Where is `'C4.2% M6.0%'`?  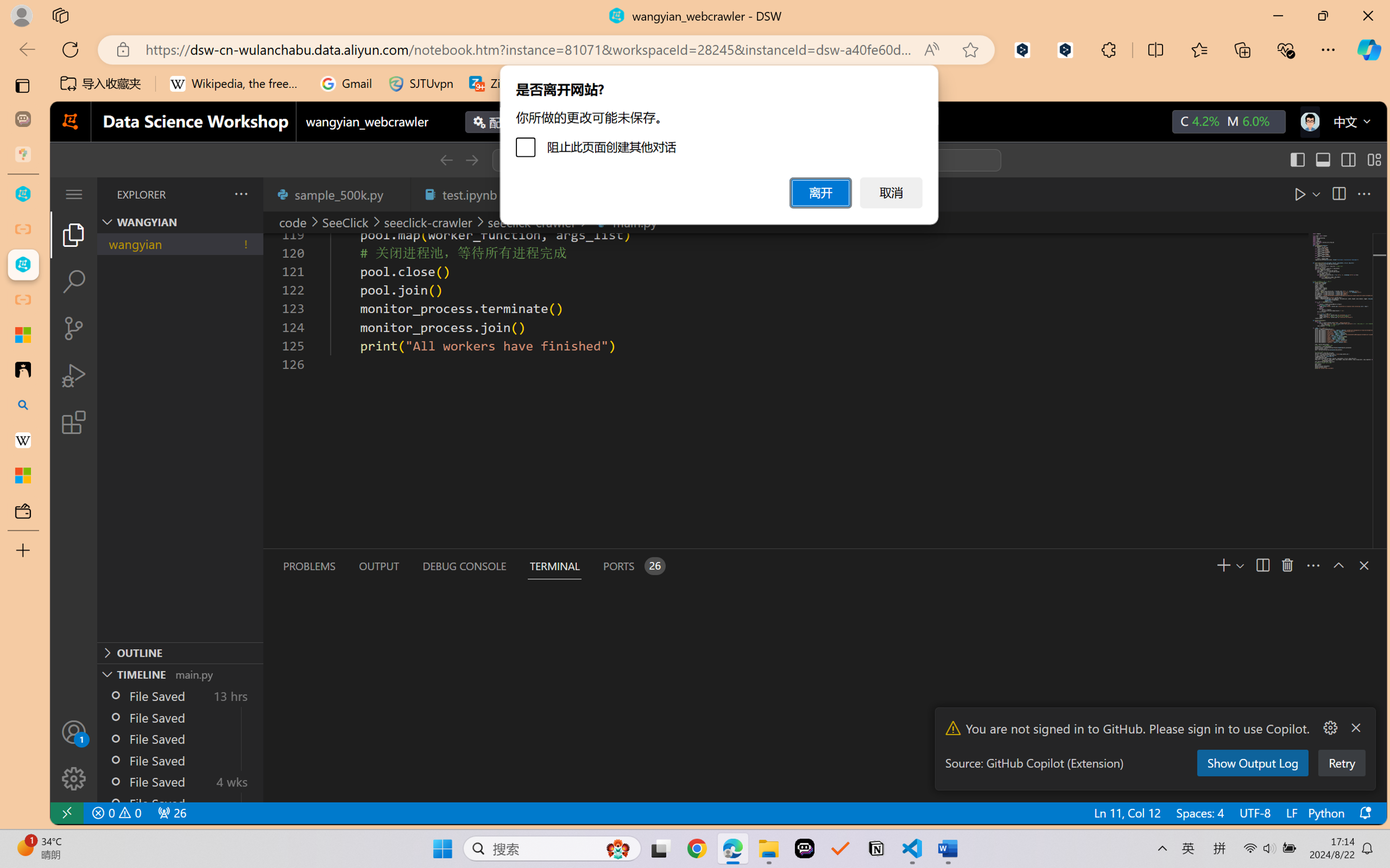
'C4.2% M6.0%' is located at coordinates (1228, 121).